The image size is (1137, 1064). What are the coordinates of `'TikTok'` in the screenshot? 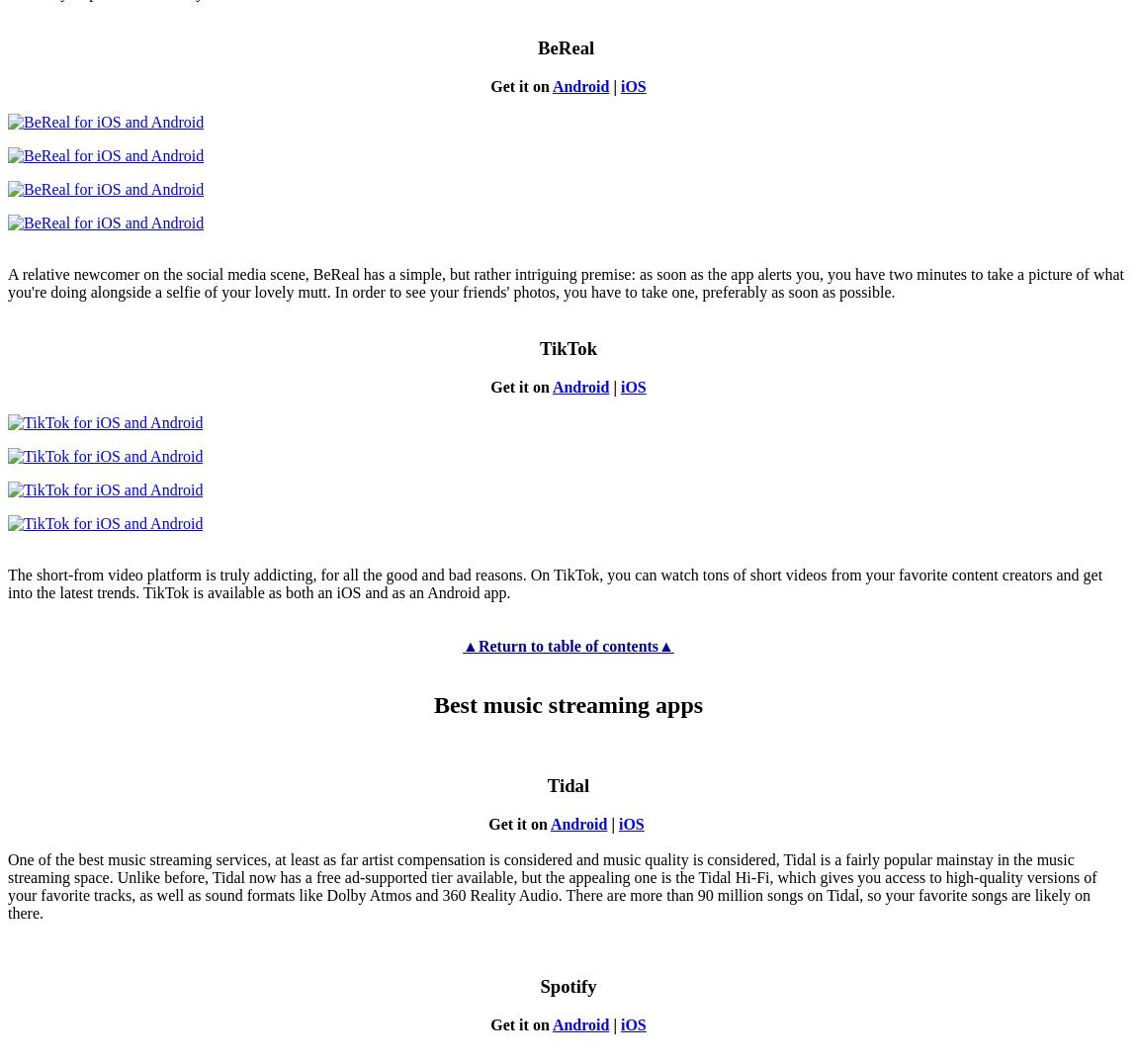 It's located at (568, 347).